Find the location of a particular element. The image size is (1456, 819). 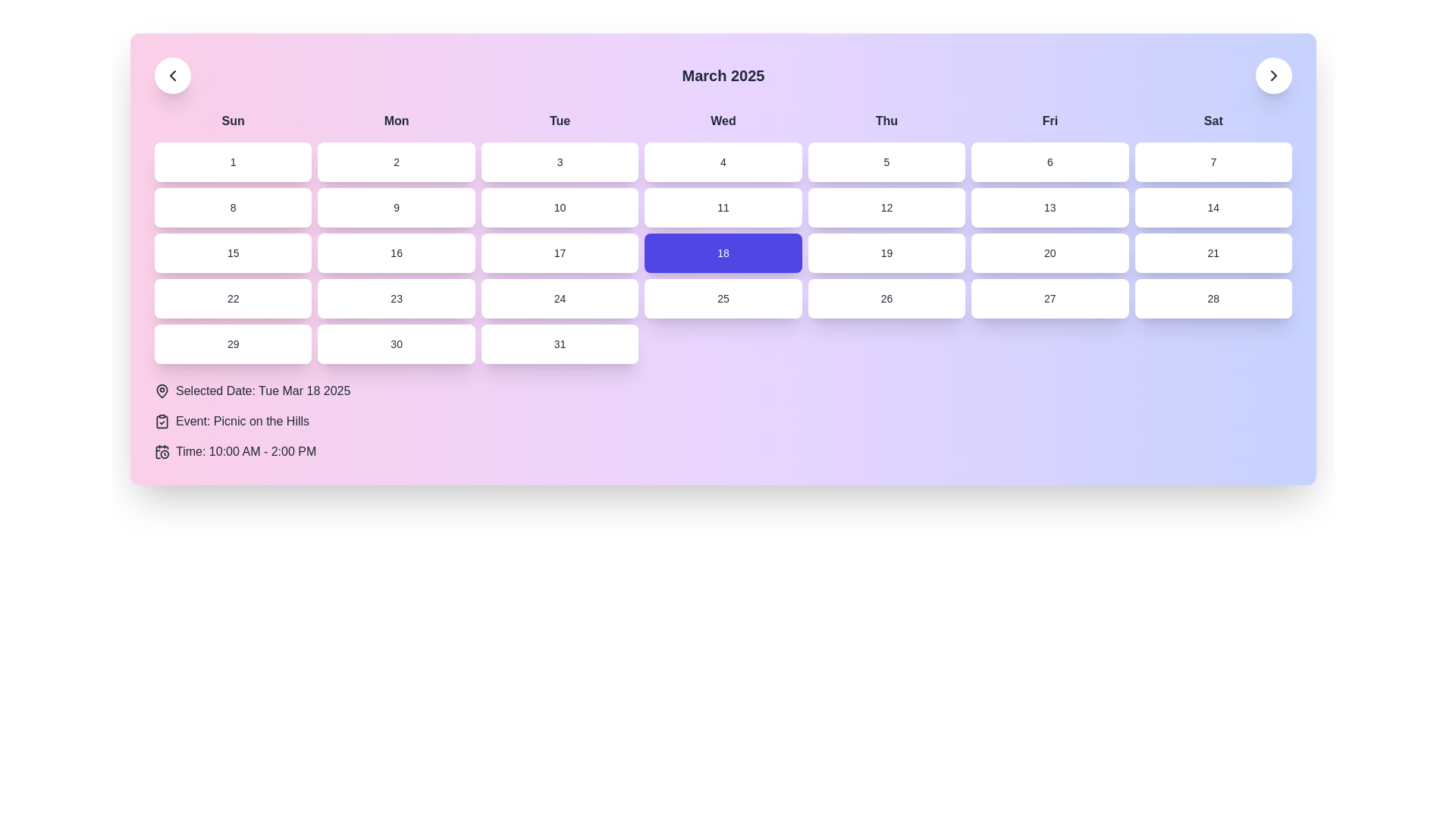

the button representing the 13th day in the displayed calendar is located at coordinates (1048, 207).